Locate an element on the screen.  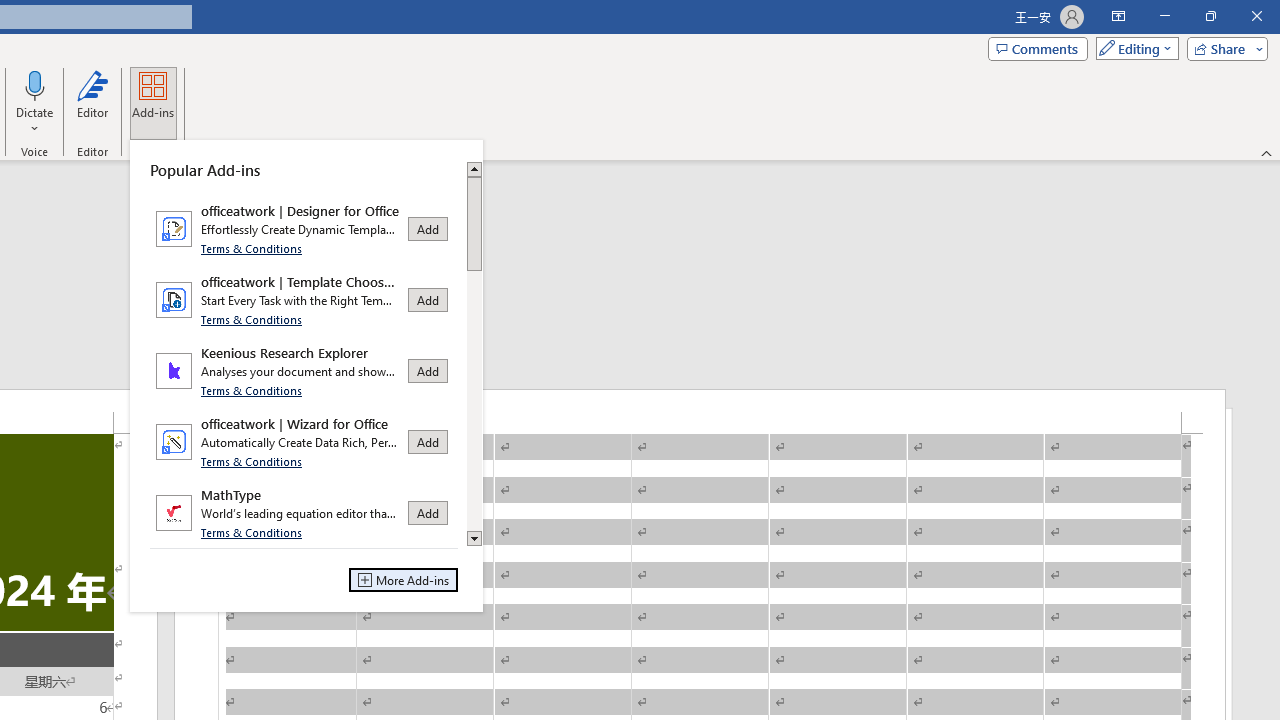
'Line up' is located at coordinates (473, 167).